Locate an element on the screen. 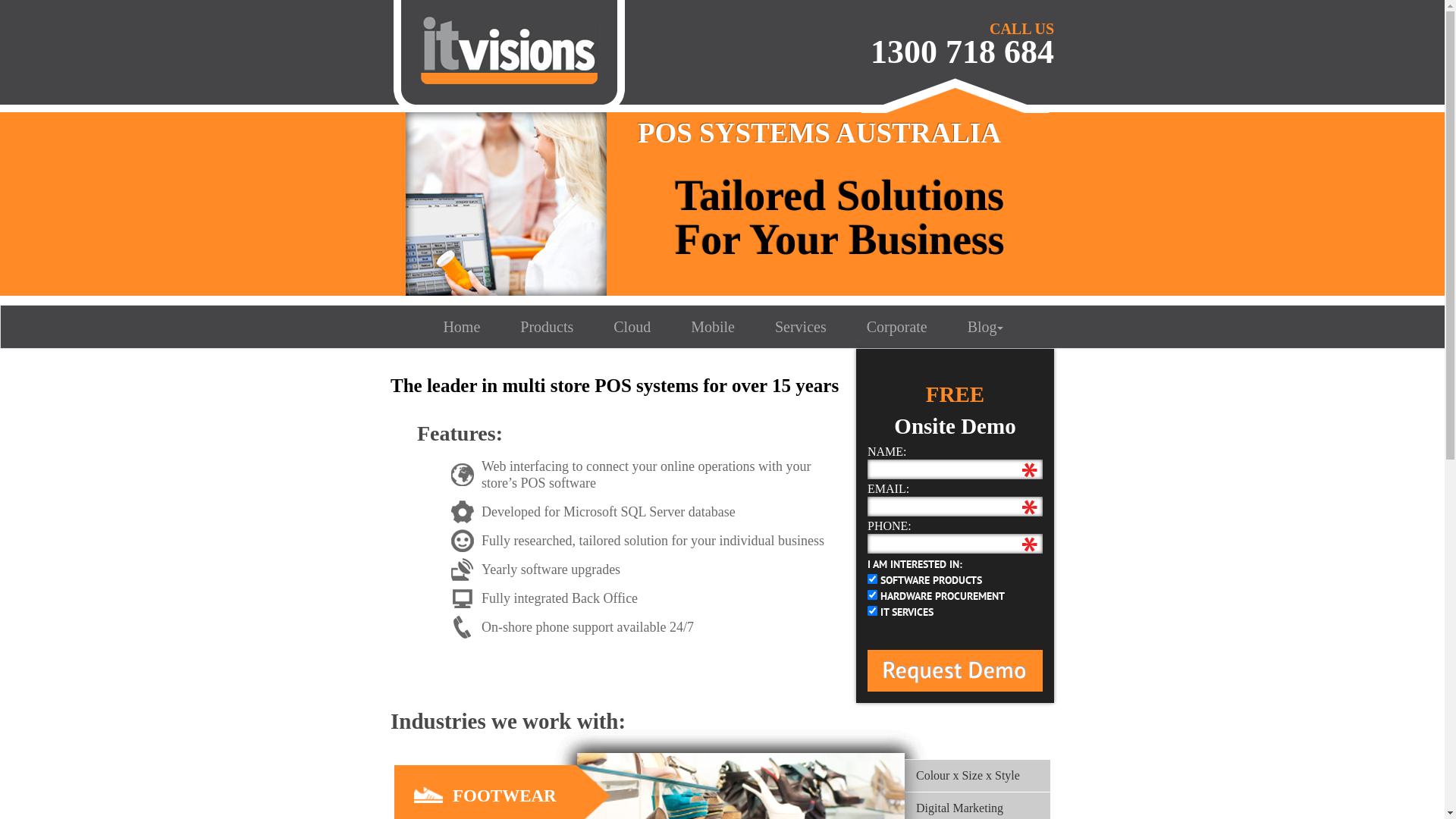 This screenshot has height=819, width=1456. 'Cloud' is located at coordinates (632, 326).